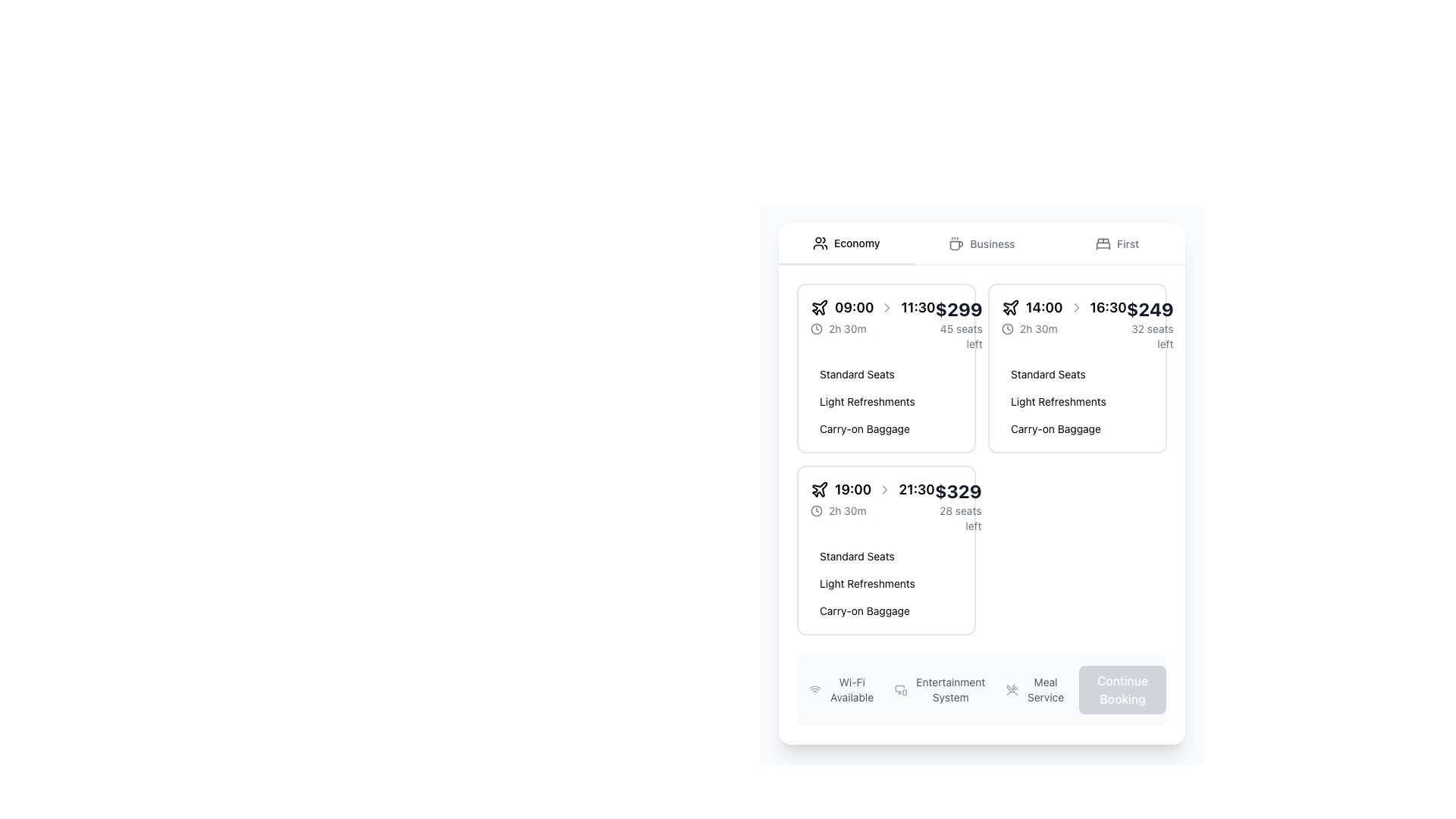 This screenshot has width=1456, height=819. I want to click on the text label displaying 'first', which is styled with a 'capitalize' class and is located in the top-right section of the interface, next to a bed icon, so click(1128, 243).